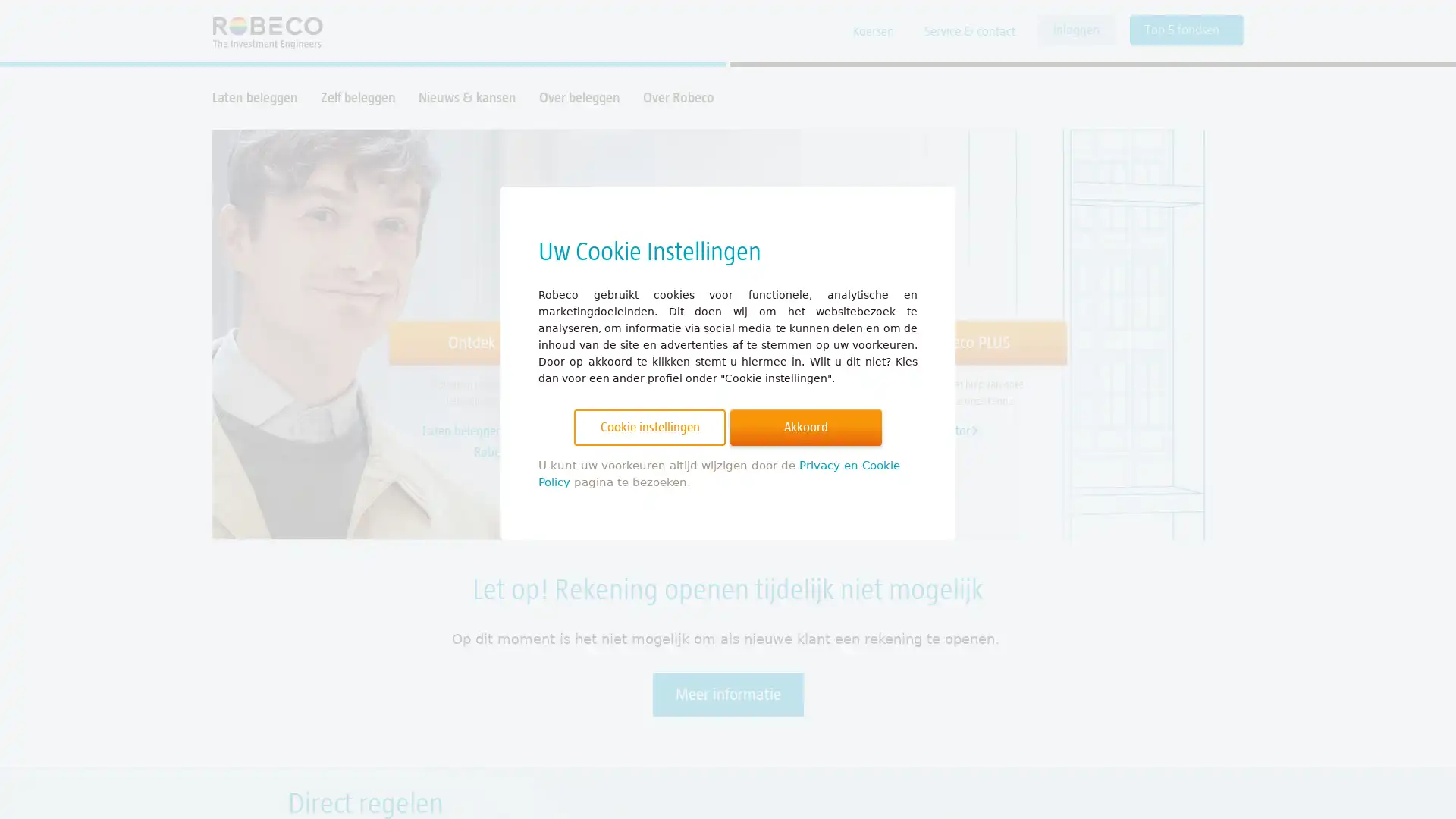  I want to click on Service & contact, so click(968, 32).